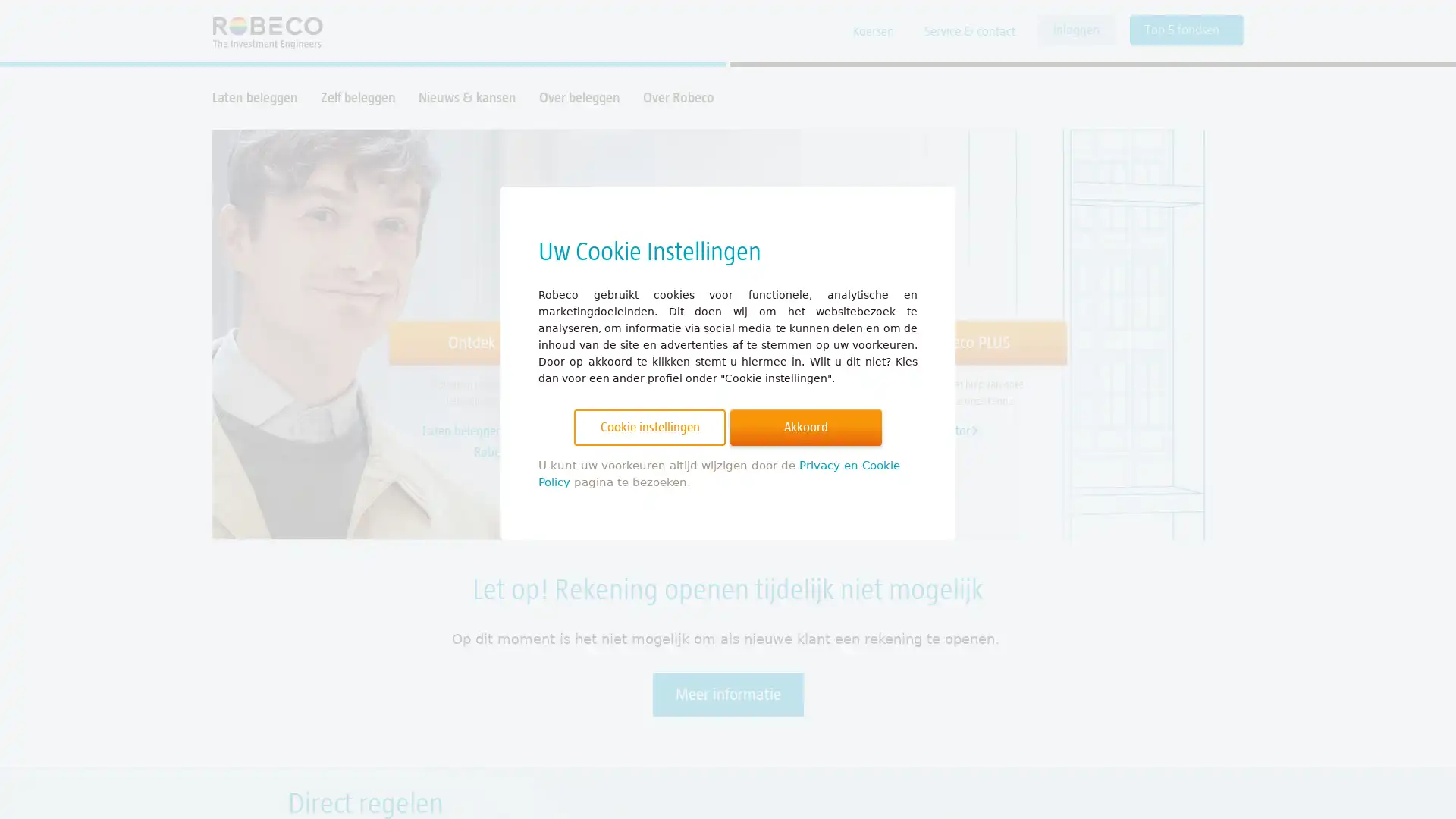  I want to click on Service & contact, so click(968, 32).